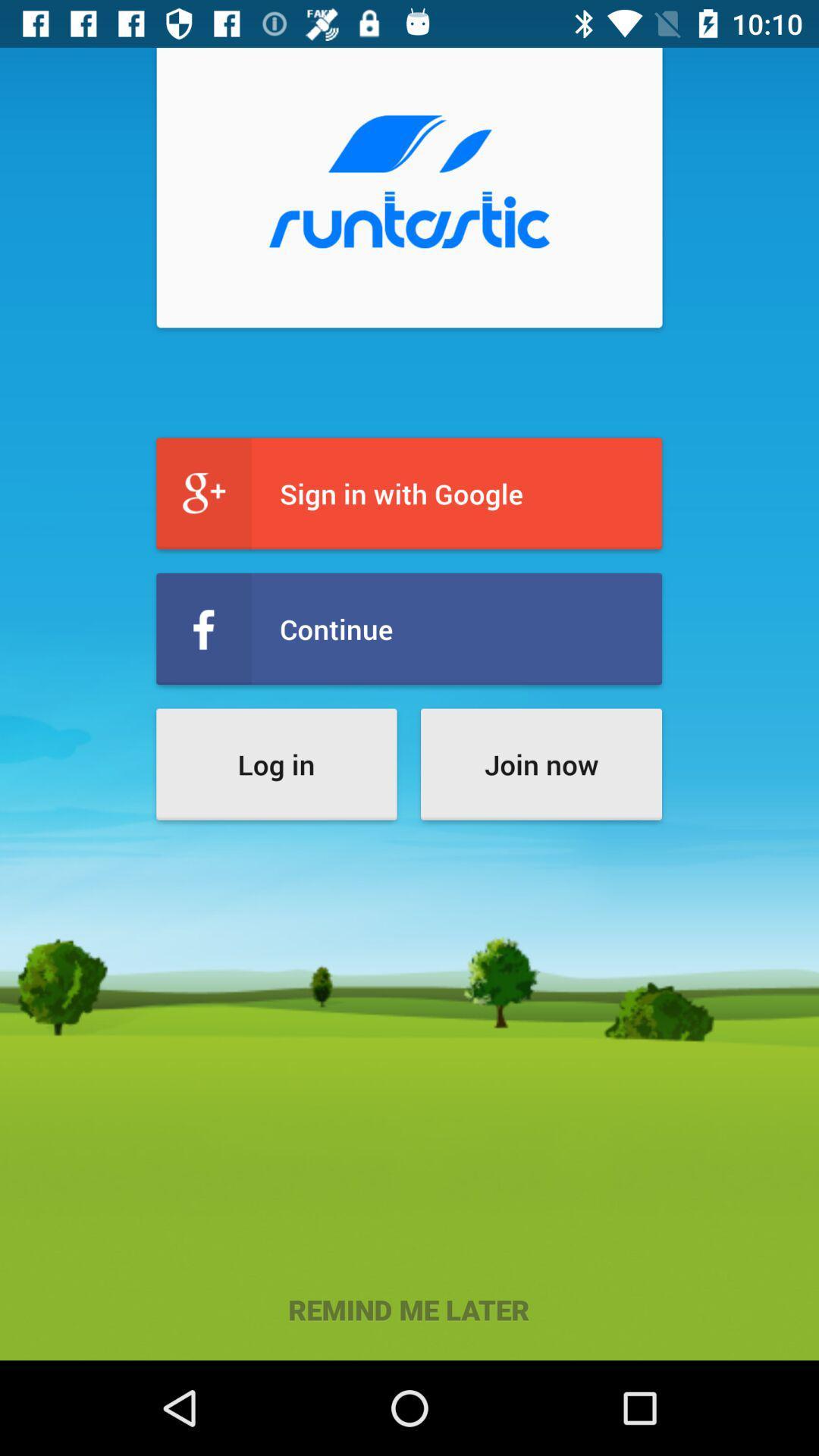  What do you see at coordinates (408, 629) in the screenshot?
I see `the item above the log in` at bounding box center [408, 629].